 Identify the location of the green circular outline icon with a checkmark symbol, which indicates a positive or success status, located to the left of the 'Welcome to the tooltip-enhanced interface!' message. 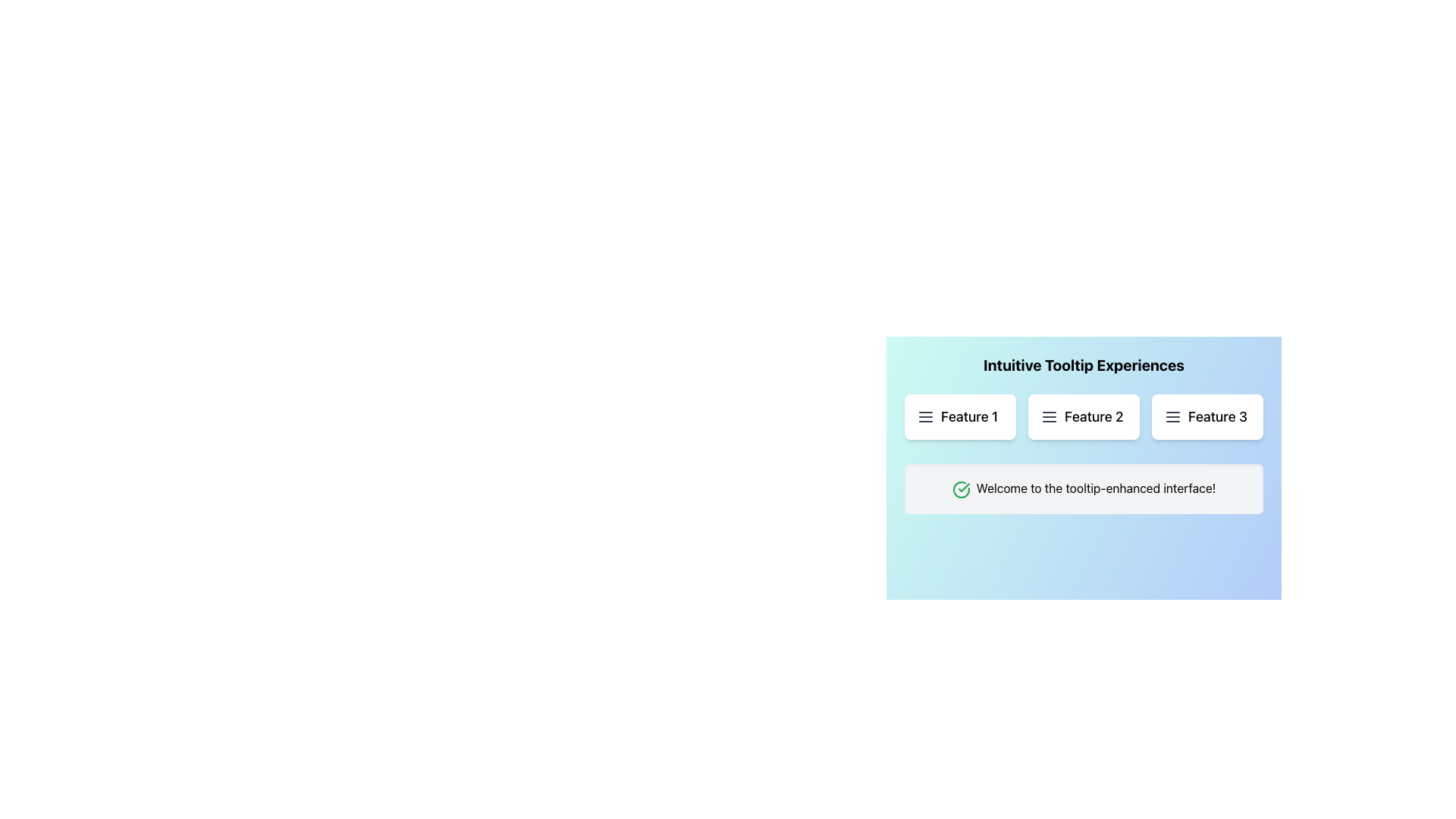
(960, 489).